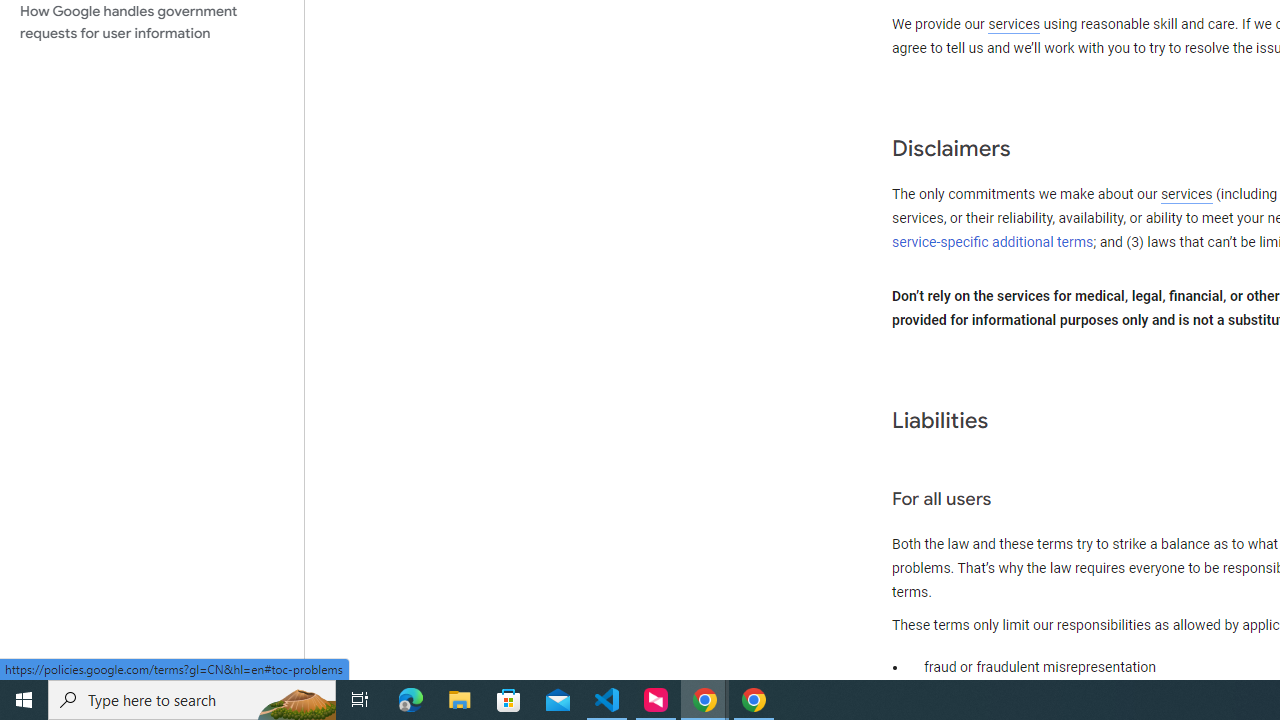  Describe the element at coordinates (993, 241) in the screenshot. I see `'service-specific additional terms'` at that location.